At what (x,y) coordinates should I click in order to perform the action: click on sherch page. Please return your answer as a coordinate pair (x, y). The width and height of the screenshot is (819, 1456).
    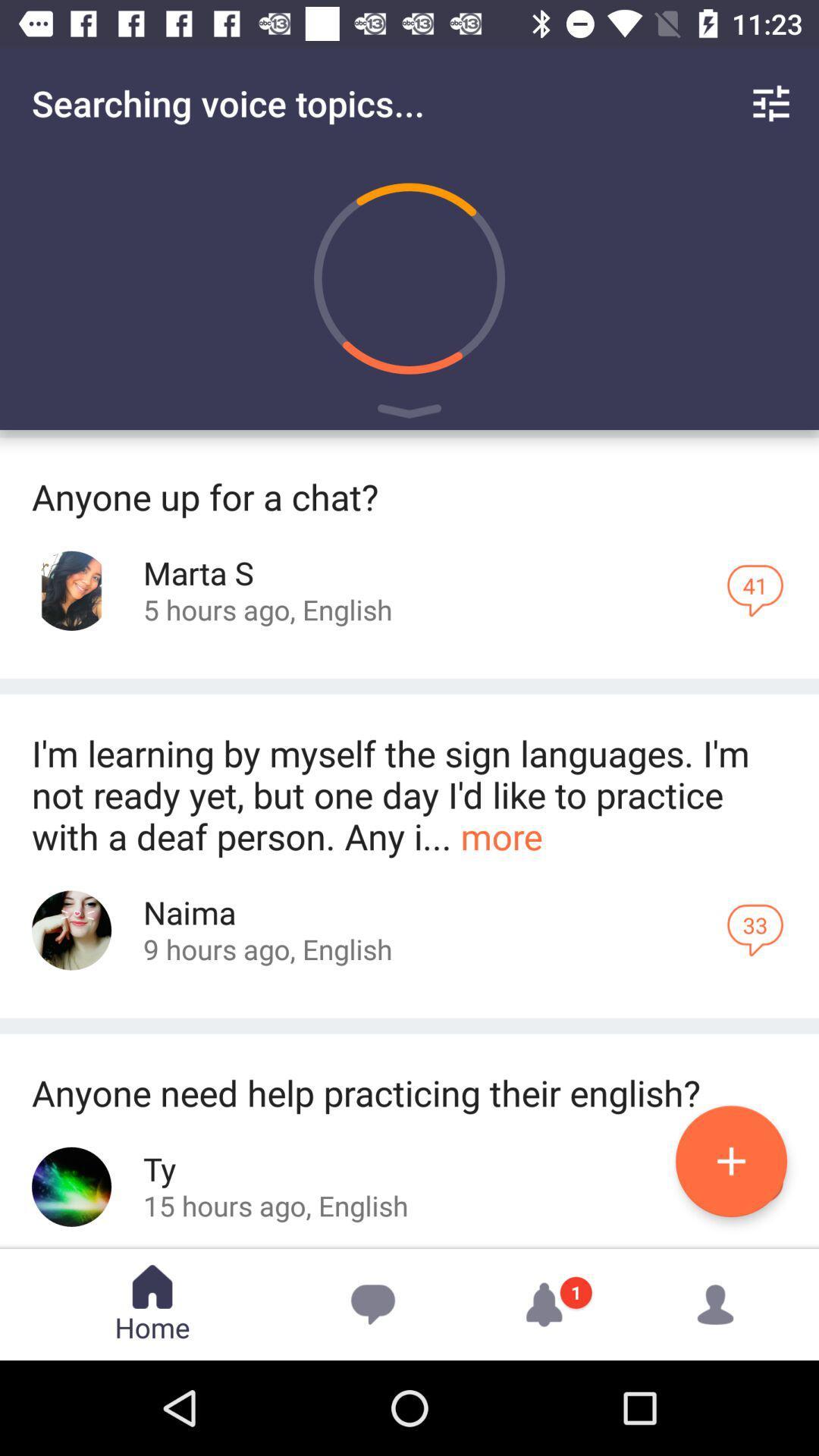
    Looking at the image, I should click on (71, 930).